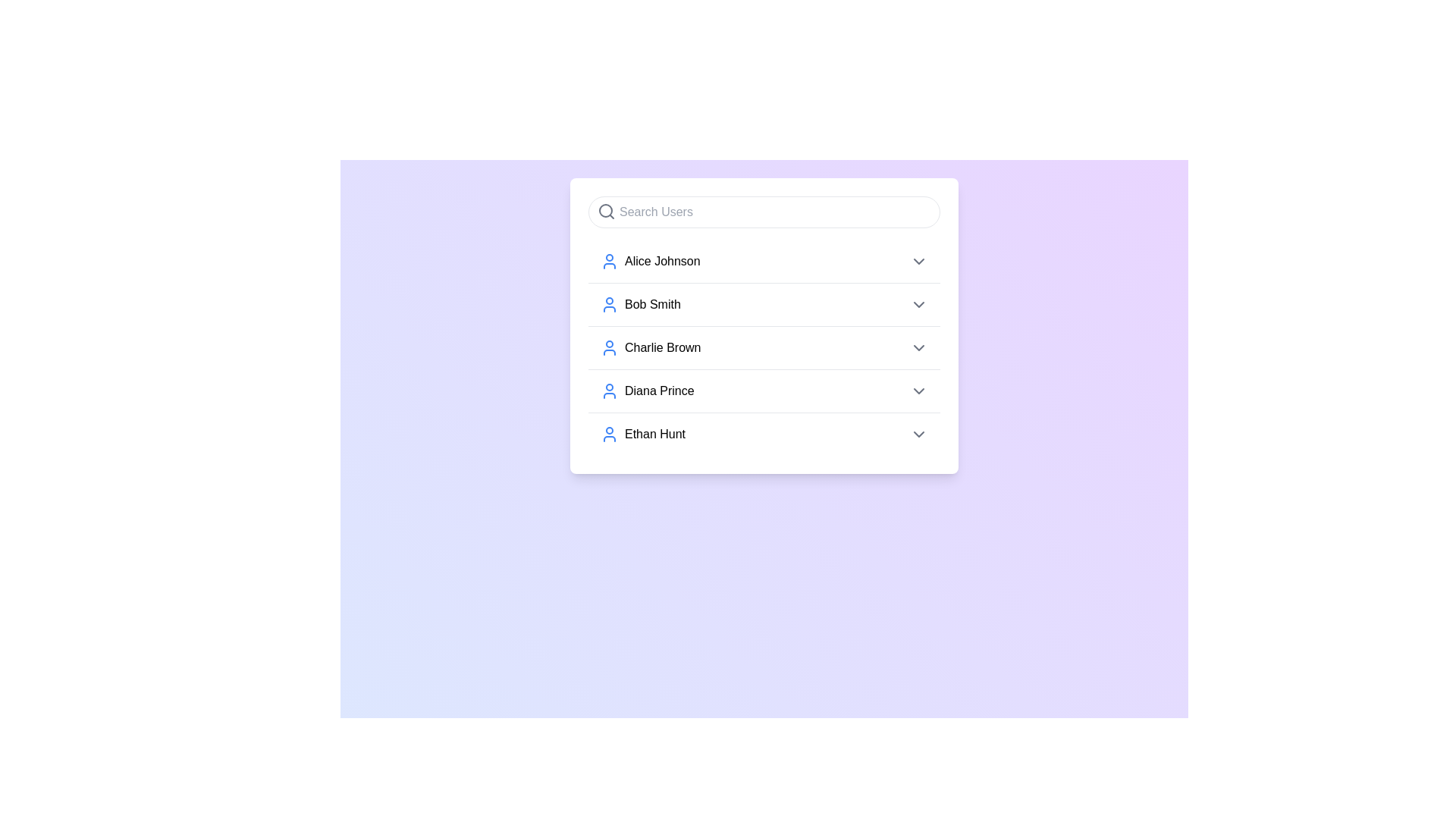 This screenshot has width=1456, height=819. What do you see at coordinates (918, 348) in the screenshot?
I see `the Dropdown indicator located at the far right of the 'Charlie Brown' row, which is the third row in a vertical list structure` at bounding box center [918, 348].